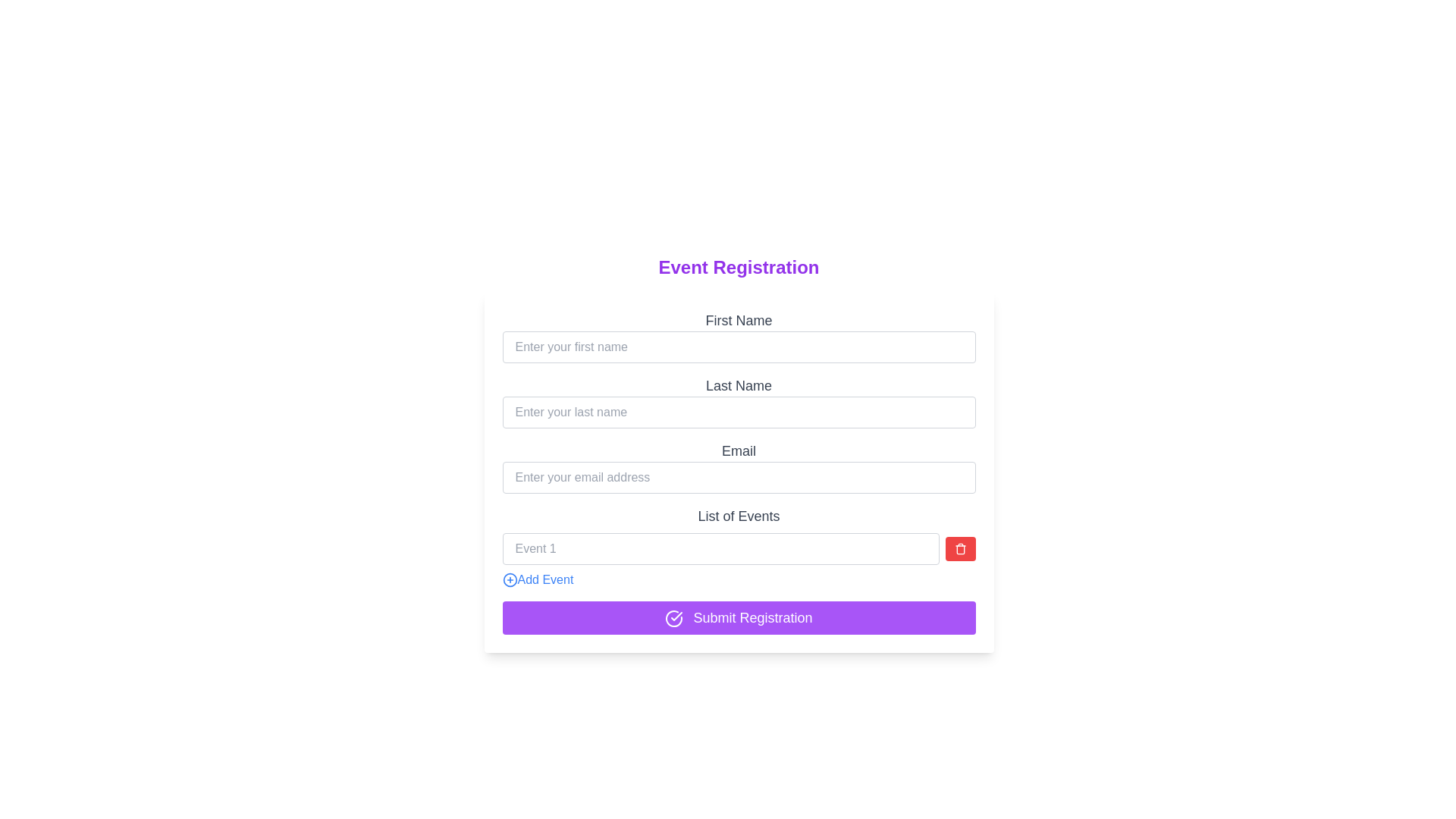 The height and width of the screenshot is (819, 1456). What do you see at coordinates (739, 617) in the screenshot?
I see `the submit button located at the bottom of the registration form` at bounding box center [739, 617].